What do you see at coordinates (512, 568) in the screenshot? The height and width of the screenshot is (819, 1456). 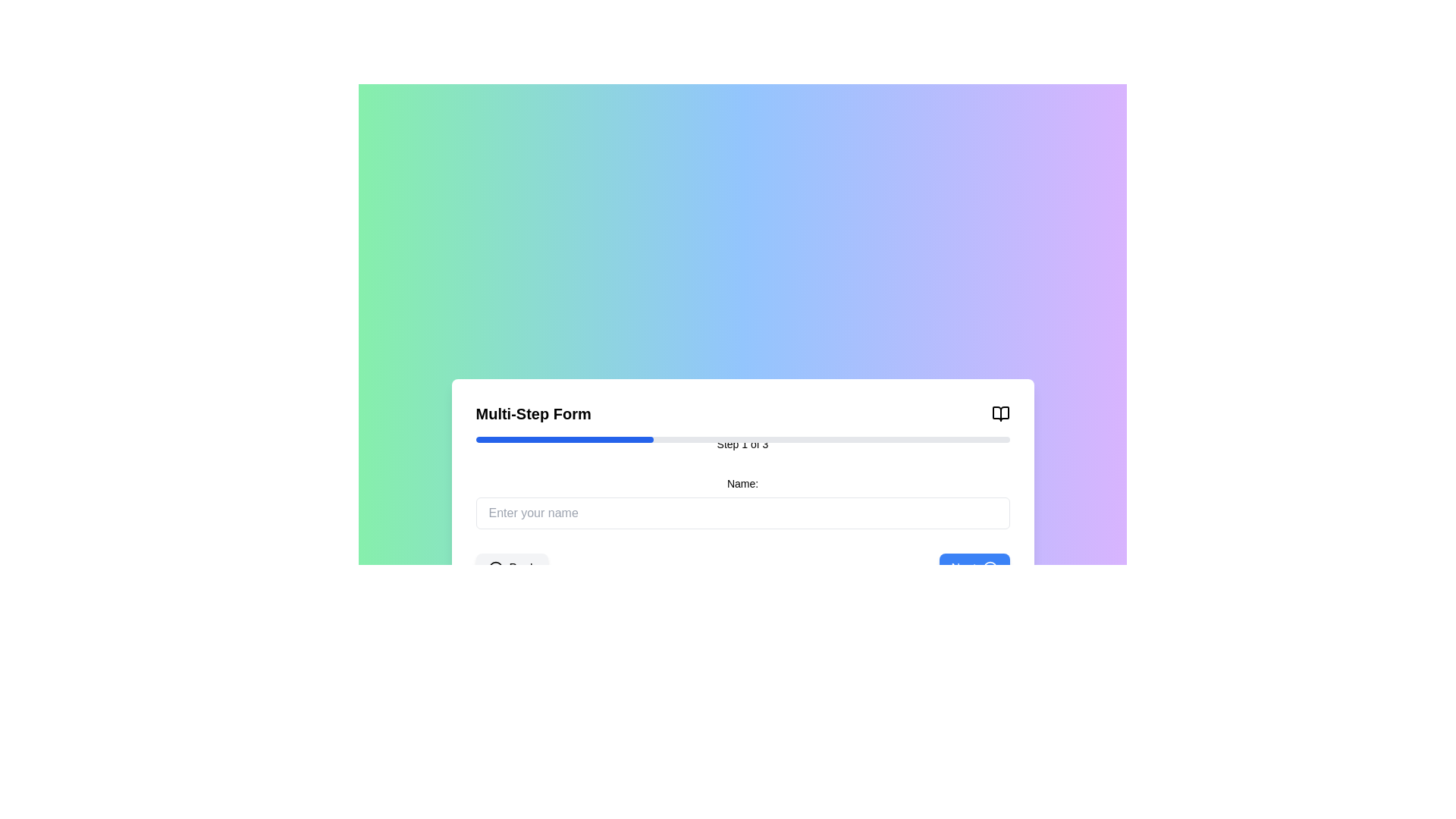 I see `the back navigation button located at the bottom-left corner of the form interface` at bounding box center [512, 568].